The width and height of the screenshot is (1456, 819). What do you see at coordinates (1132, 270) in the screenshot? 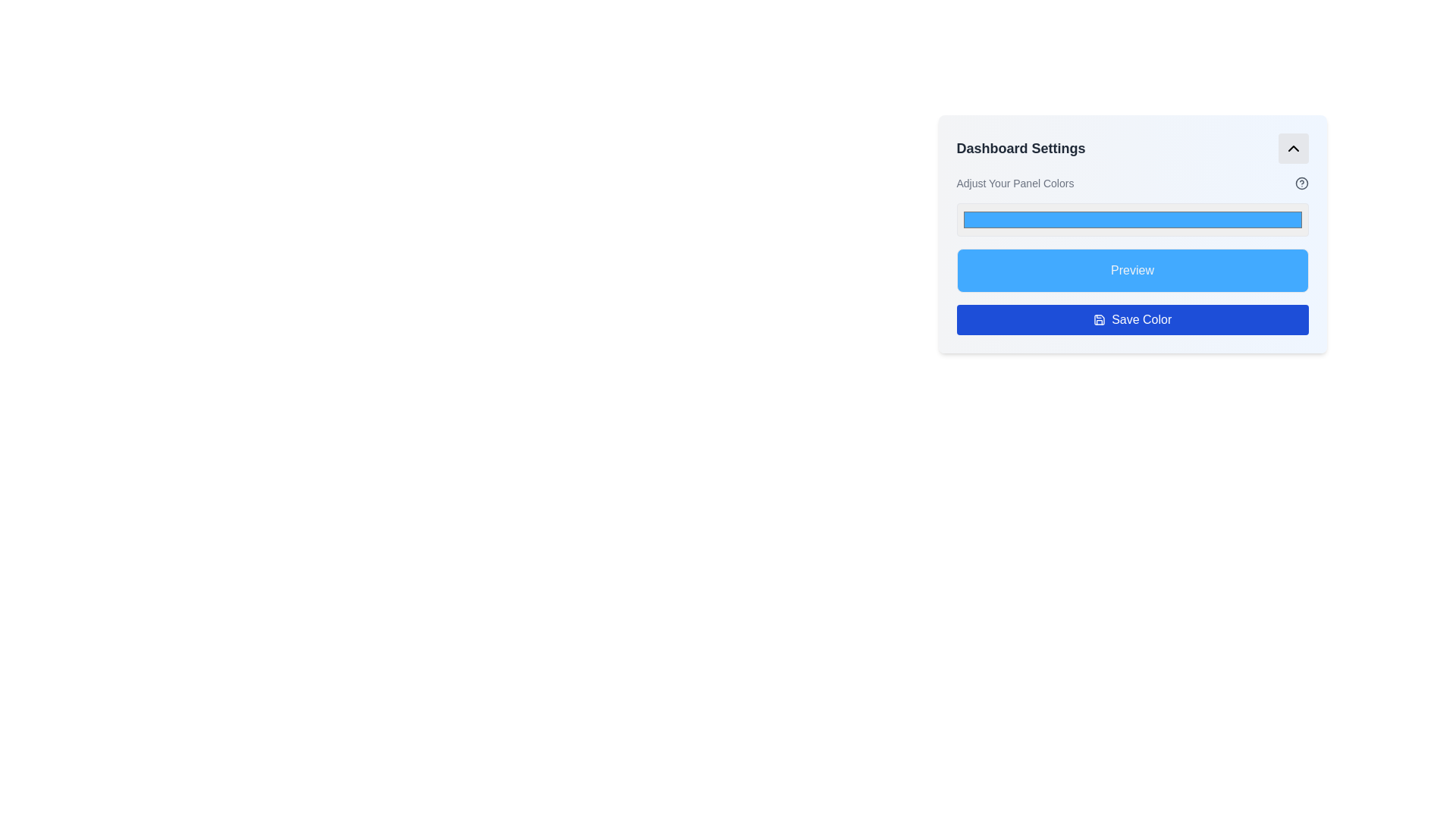
I see `the preview button located in the middle section of the 'Dashboard Settings' widget, positioned below the color picker and above the 'Save Color' button` at bounding box center [1132, 270].